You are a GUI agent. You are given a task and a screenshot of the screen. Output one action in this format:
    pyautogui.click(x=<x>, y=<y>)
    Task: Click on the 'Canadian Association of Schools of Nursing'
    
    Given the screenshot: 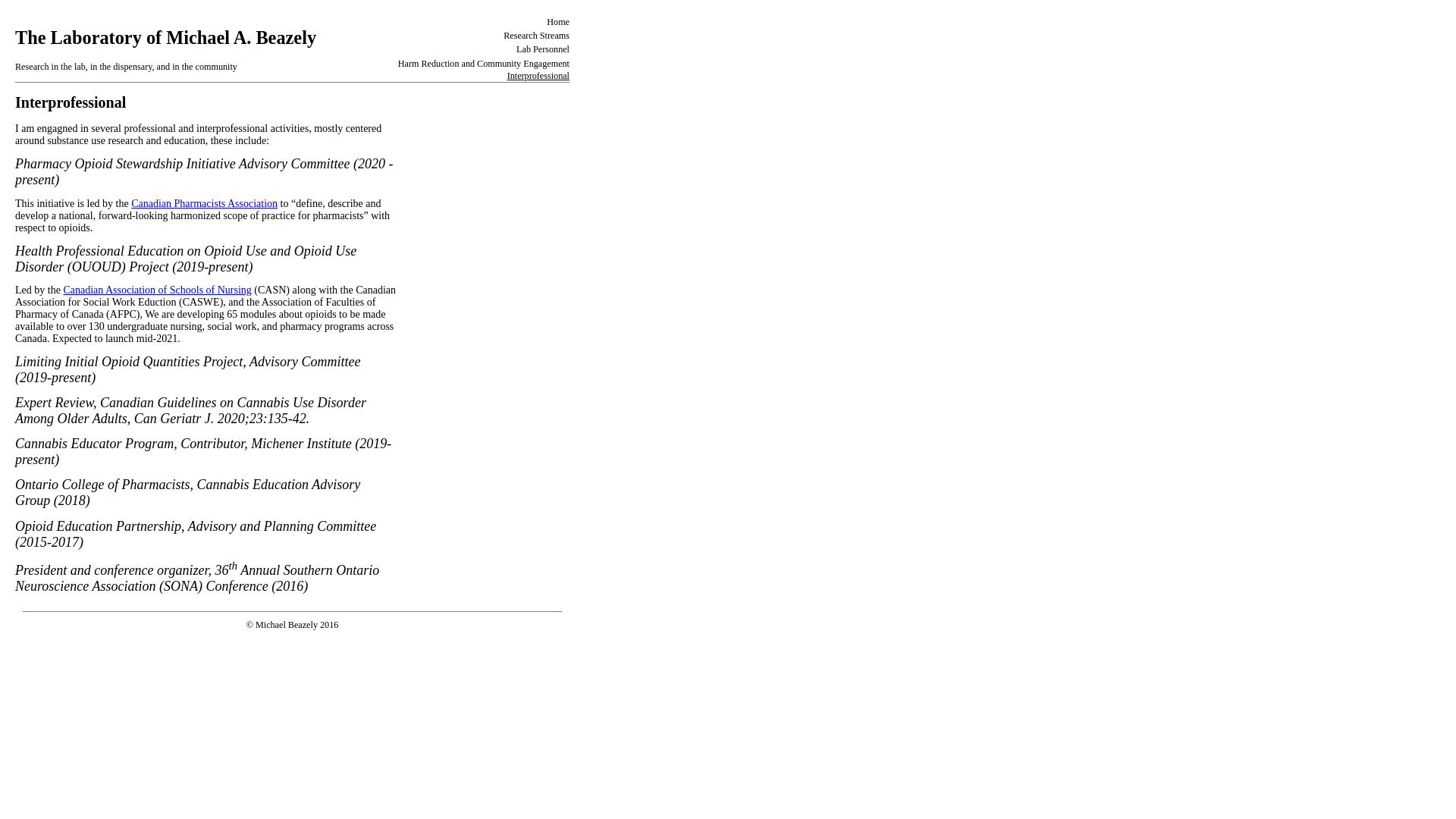 What is the action you would take?
    pyautogui.click(x=156, y=290)
    